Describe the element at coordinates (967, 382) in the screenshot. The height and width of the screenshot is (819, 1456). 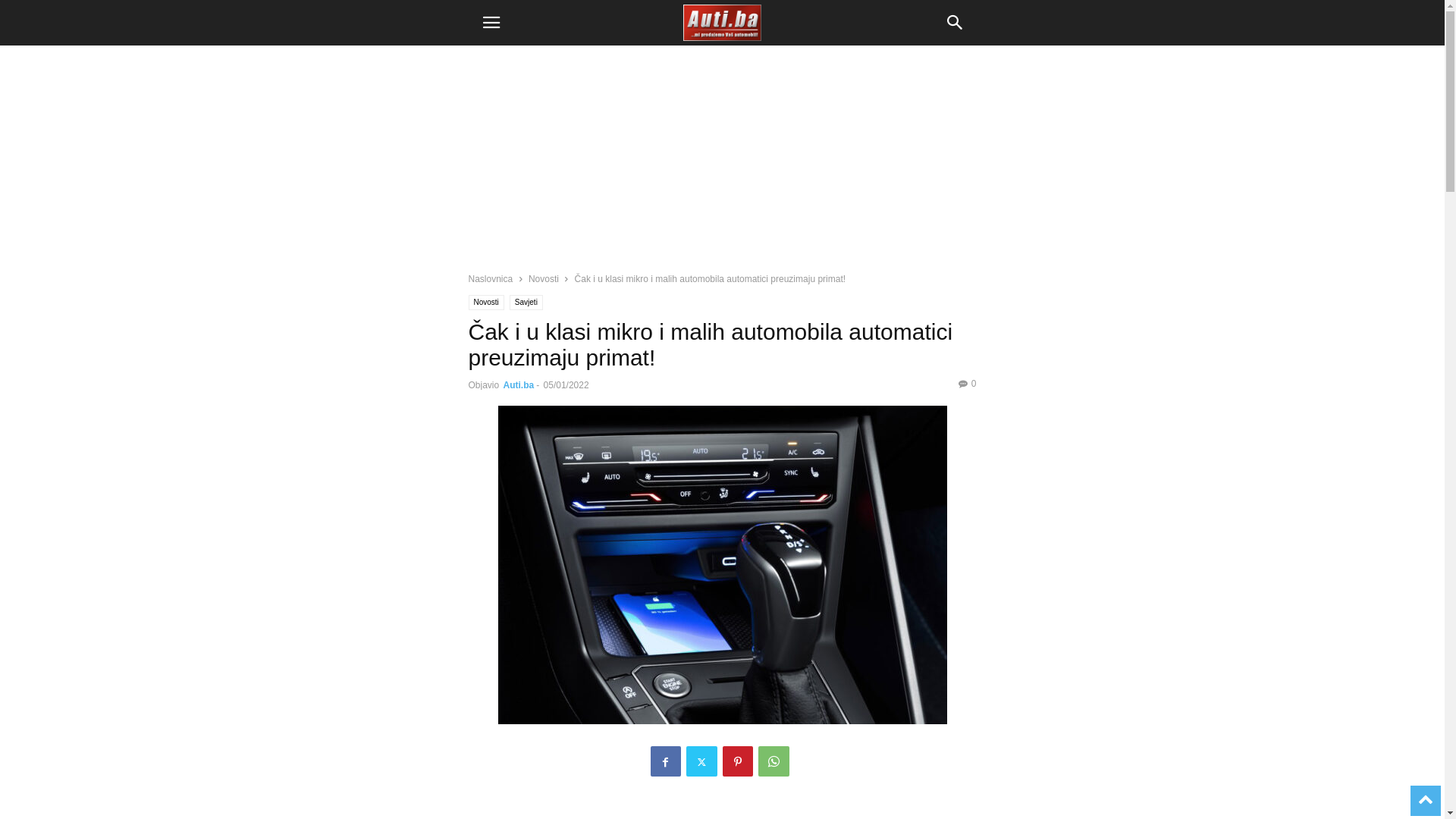
I see `'0'` at that location.